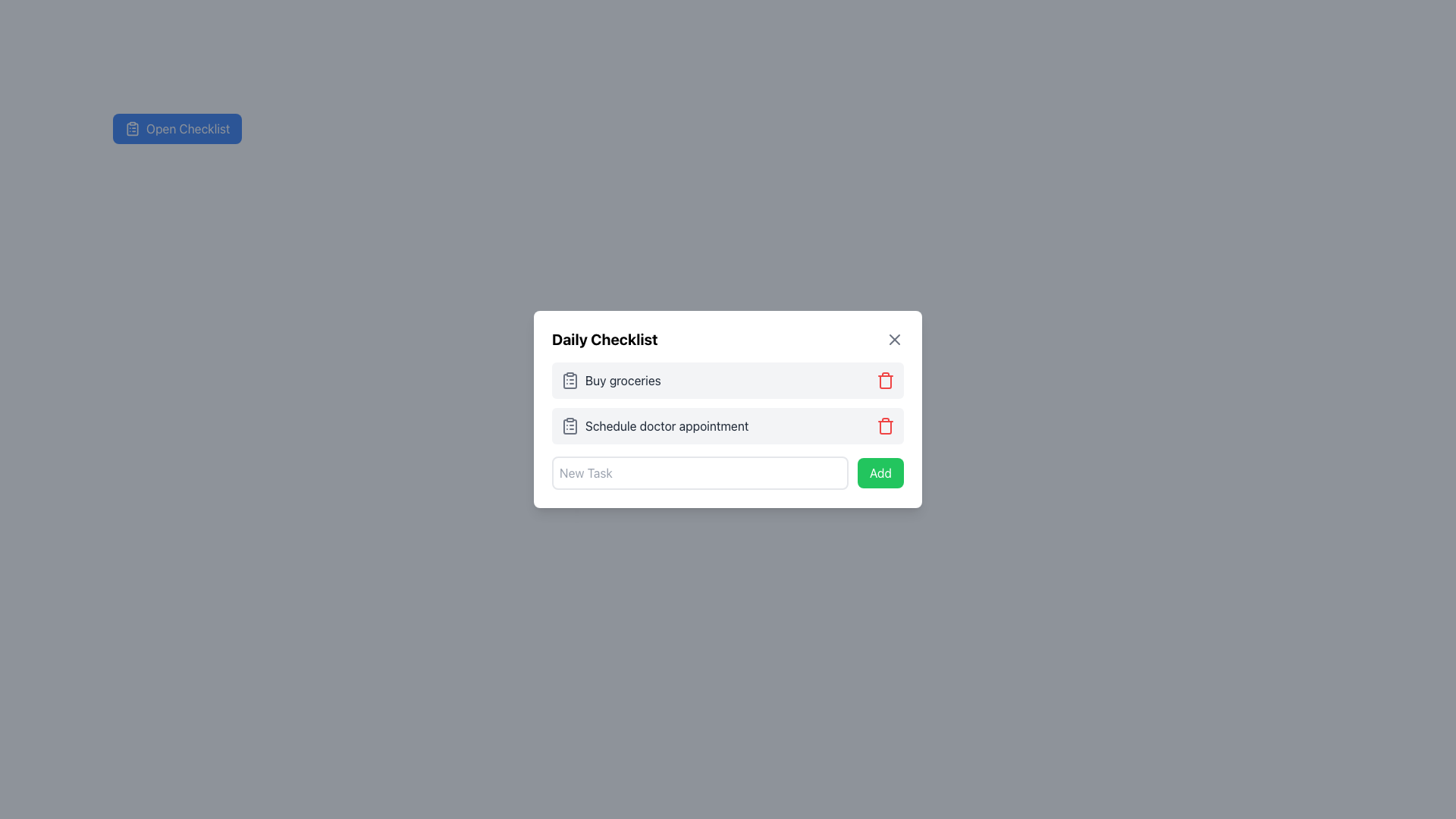 This screenshot has width=1456, height=819. What do you see at coordinates (132, 127) in the screenshot?
I see `the clipboard checklist icon located within the blue button labeled 'Open Checklist'` at bounding box center [132, 127].